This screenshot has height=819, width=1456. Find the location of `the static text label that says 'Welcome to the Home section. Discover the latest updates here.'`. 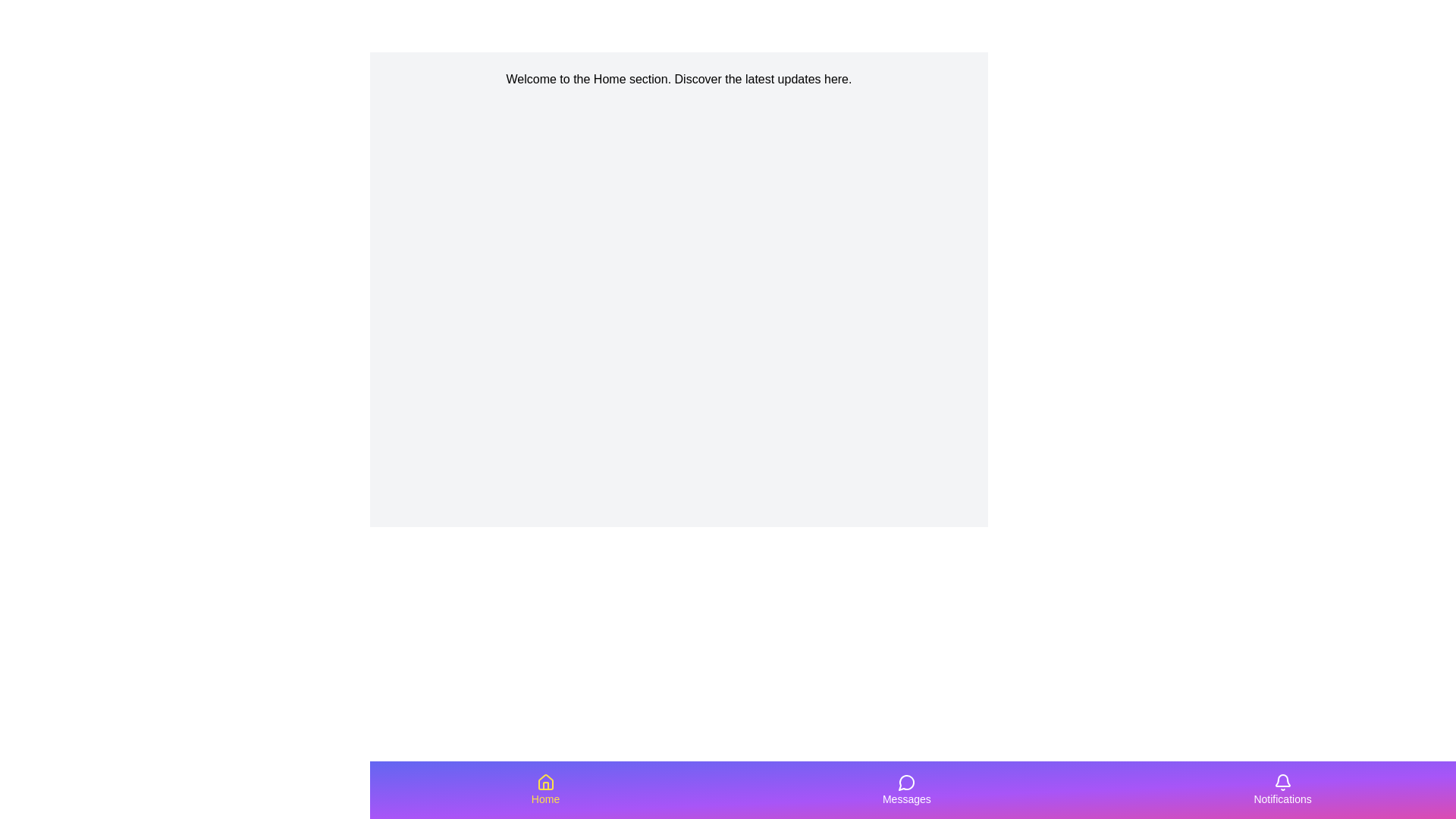

the static text label that says 'Welcome to the Home section. Discover the latest updates here.' is located at coordinates (678, 79).